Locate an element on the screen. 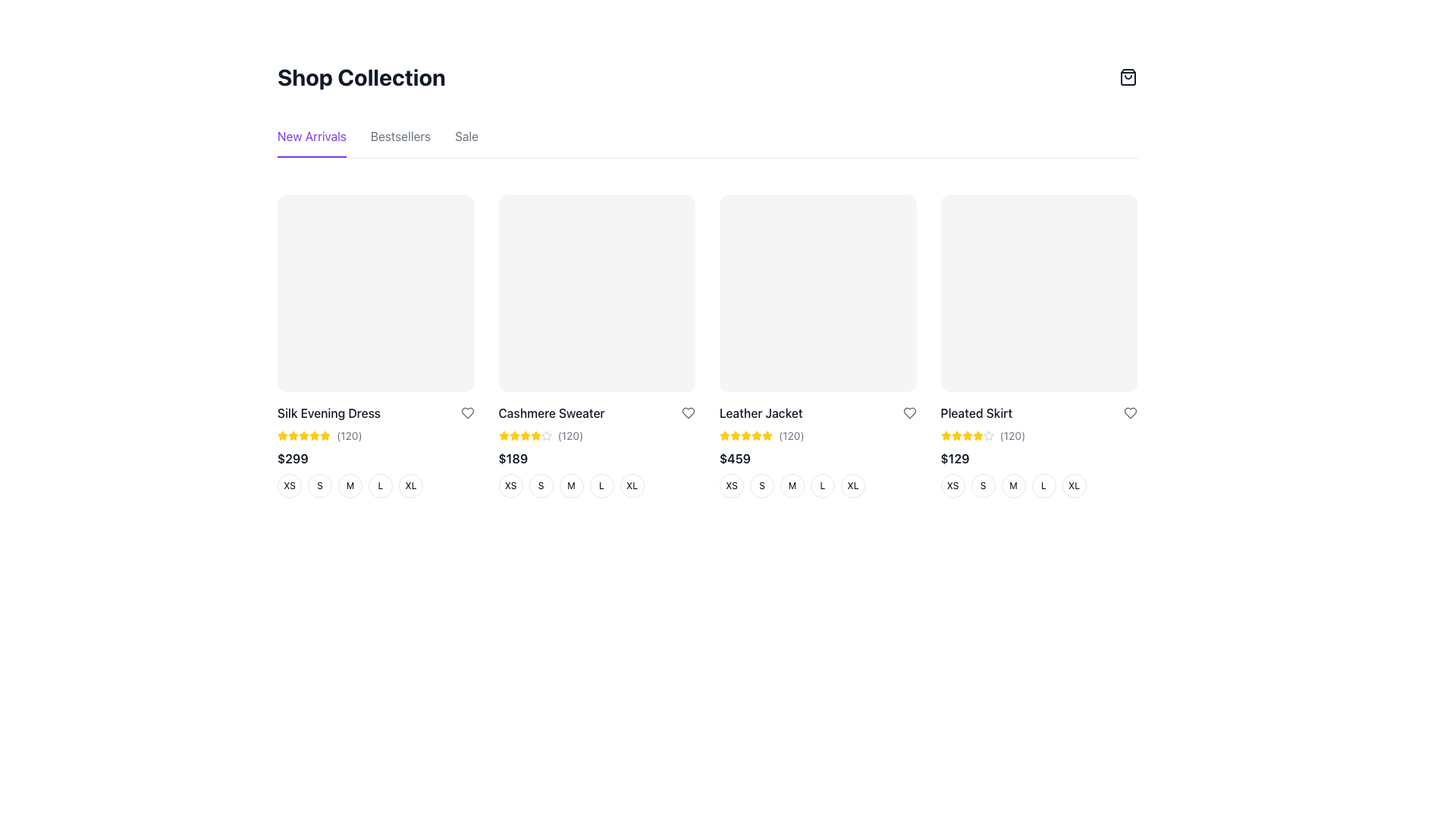 This screenshot has height=819, width=1456. the circular button labeled 'XL' with a white background and gray border is located at coordinates (411, 485).